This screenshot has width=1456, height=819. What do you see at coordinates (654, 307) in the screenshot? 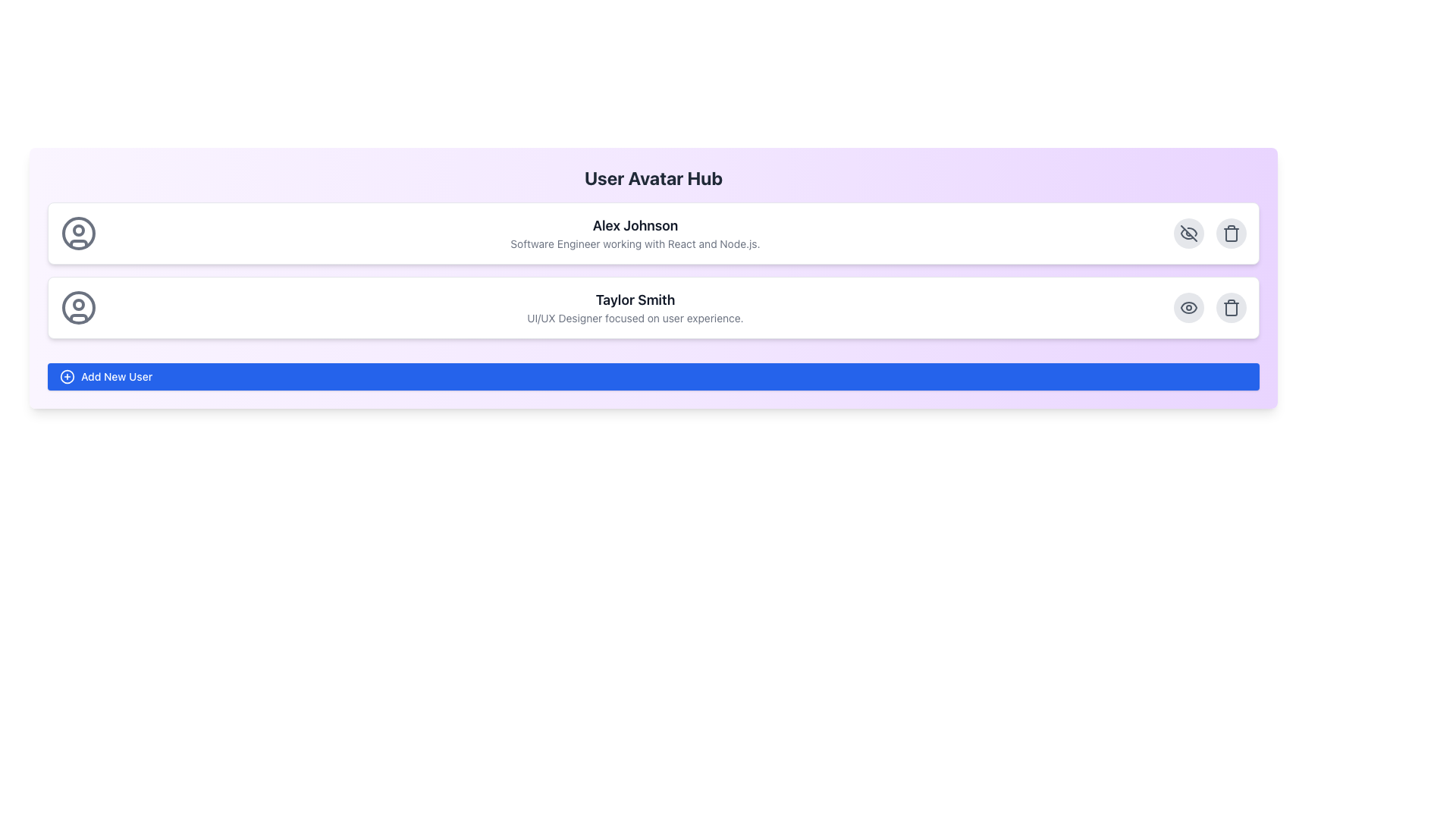
I see `the user profile information card for Taylor Smith, which is the second card in the list located below the 'Alex Johnson' card and above the 'Add New User' button` at bounding box center [654, 307].